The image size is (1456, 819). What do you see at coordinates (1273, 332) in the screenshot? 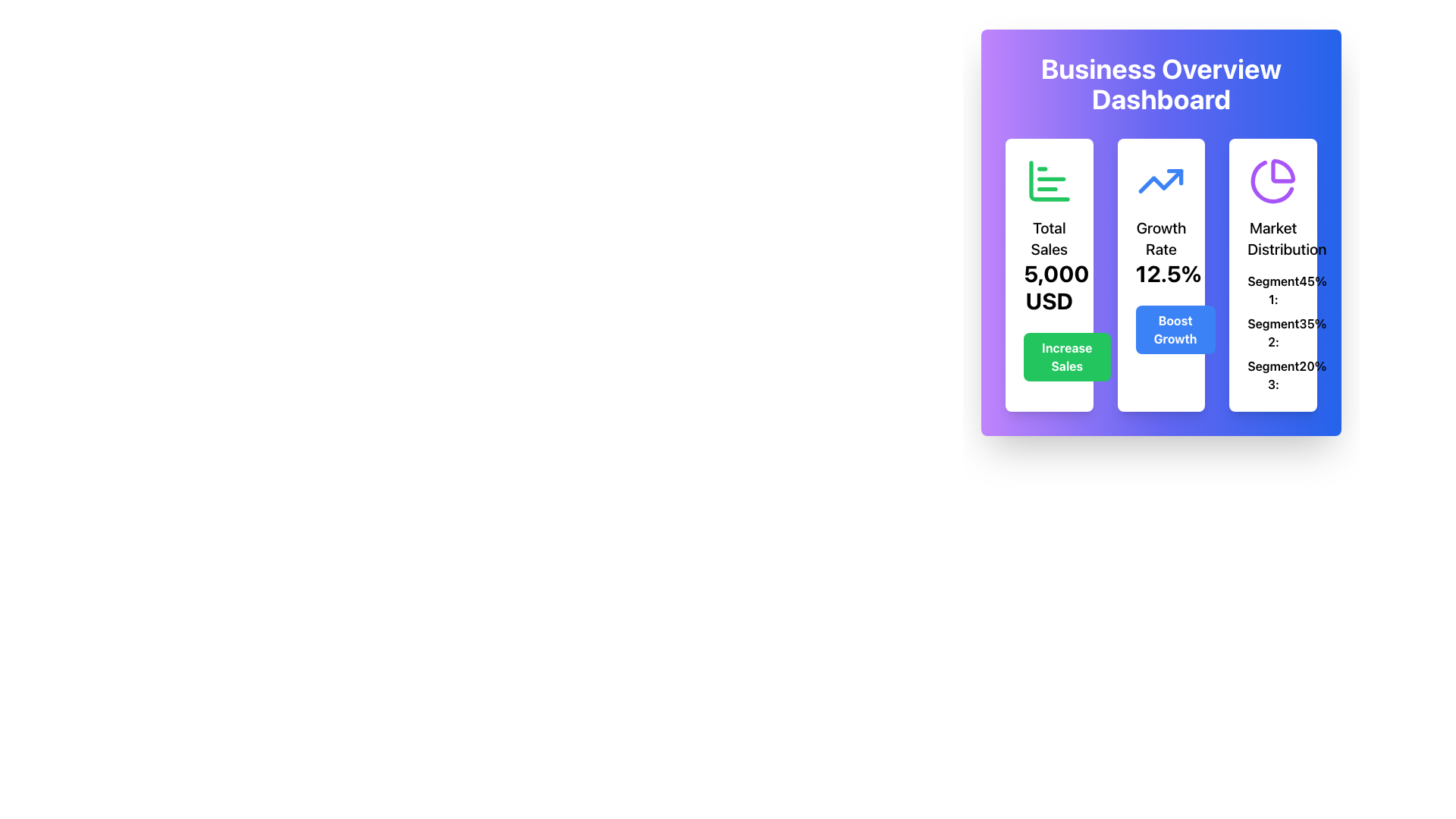
I see `the text display showing the distribution of a dataset into three segments under the 'Market Distribution' section of the dashboard` at bounding box center [1273, 332].